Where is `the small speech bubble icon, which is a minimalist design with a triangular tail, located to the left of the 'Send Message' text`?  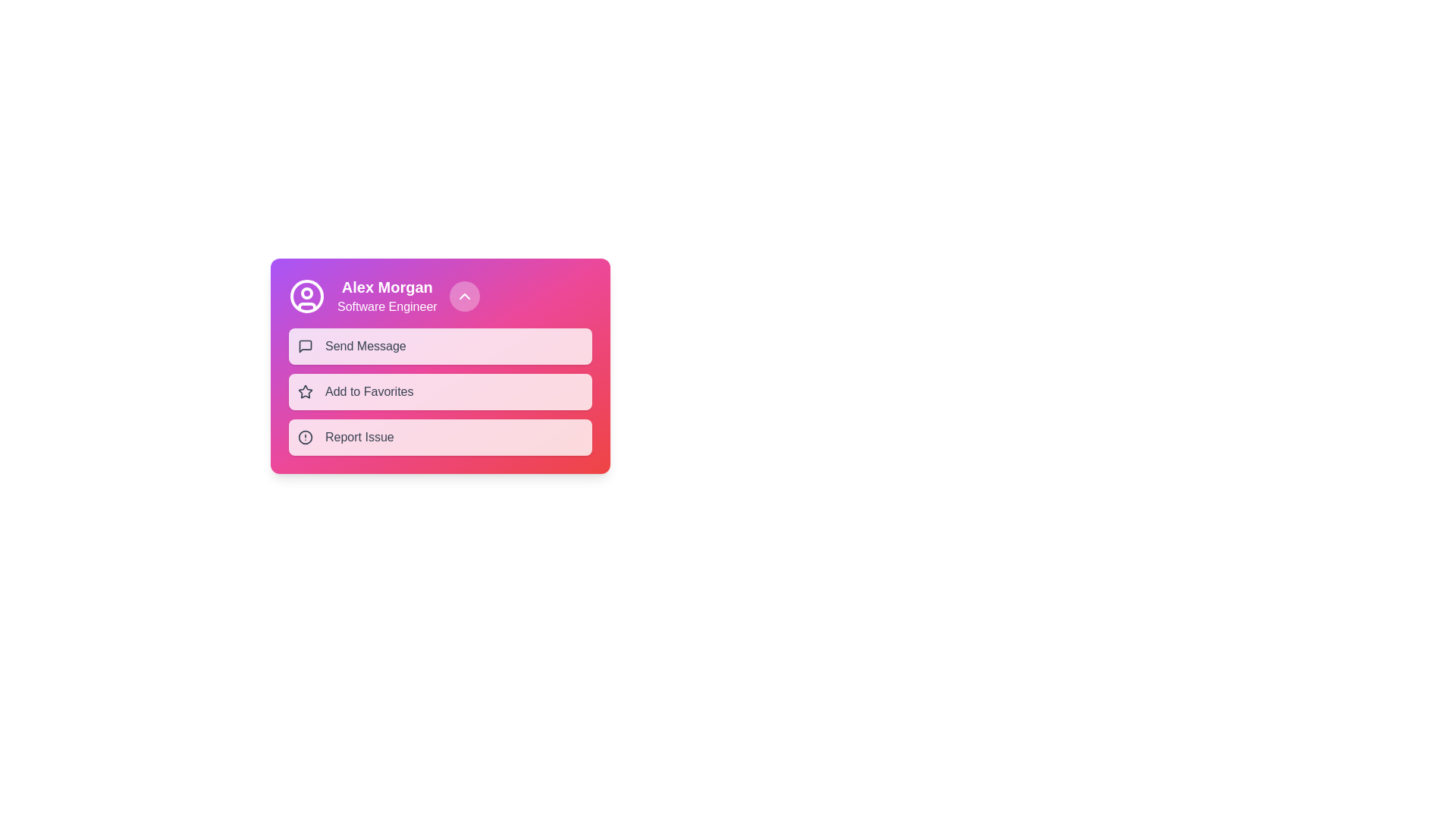 the small speech bubble icon, which is a minimalist design with a triangular tail, located to the left of the 'Send Message' text is located at coordinates (305, 346).